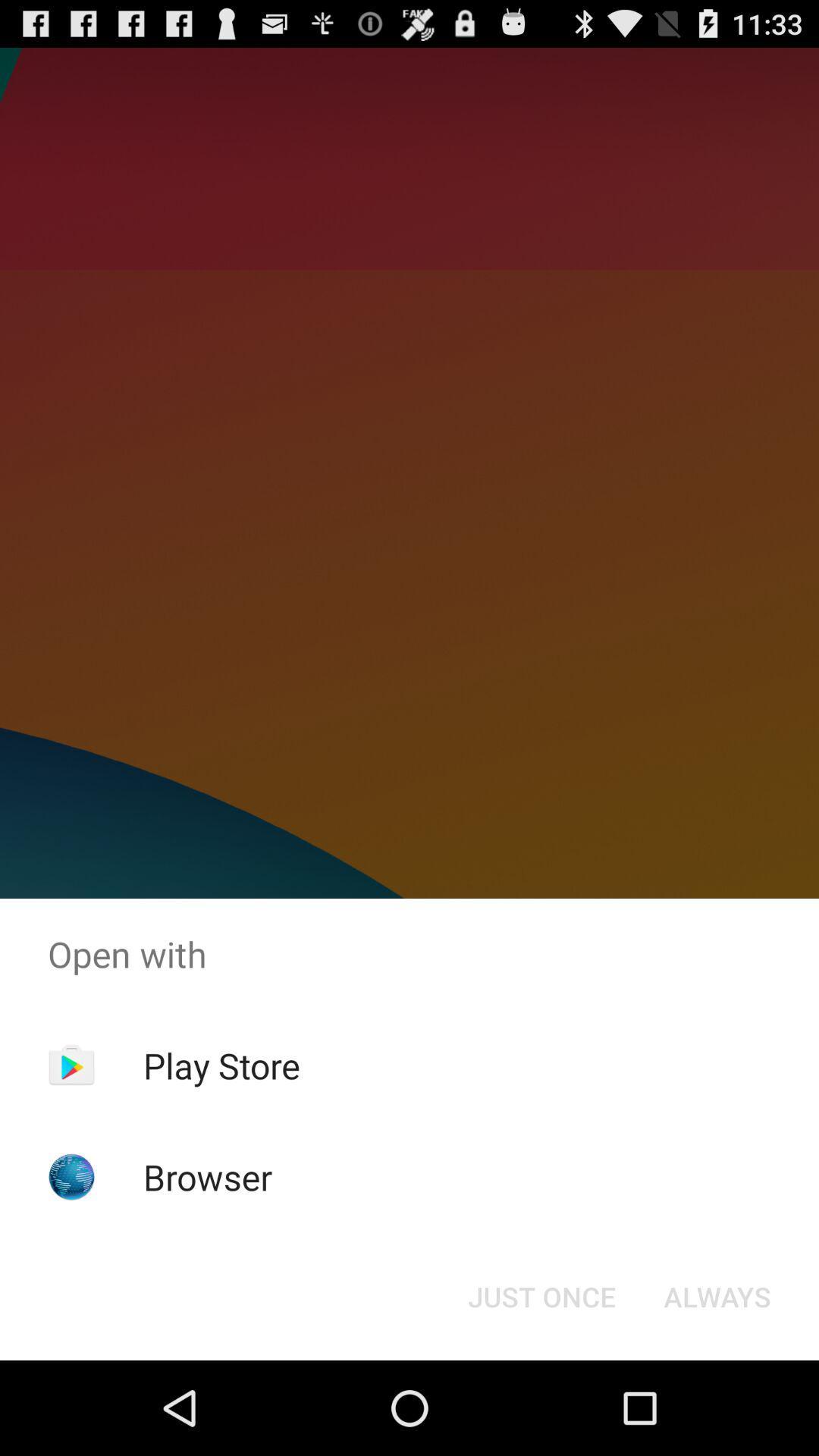  I want to click on just once, so click(541, 1295).